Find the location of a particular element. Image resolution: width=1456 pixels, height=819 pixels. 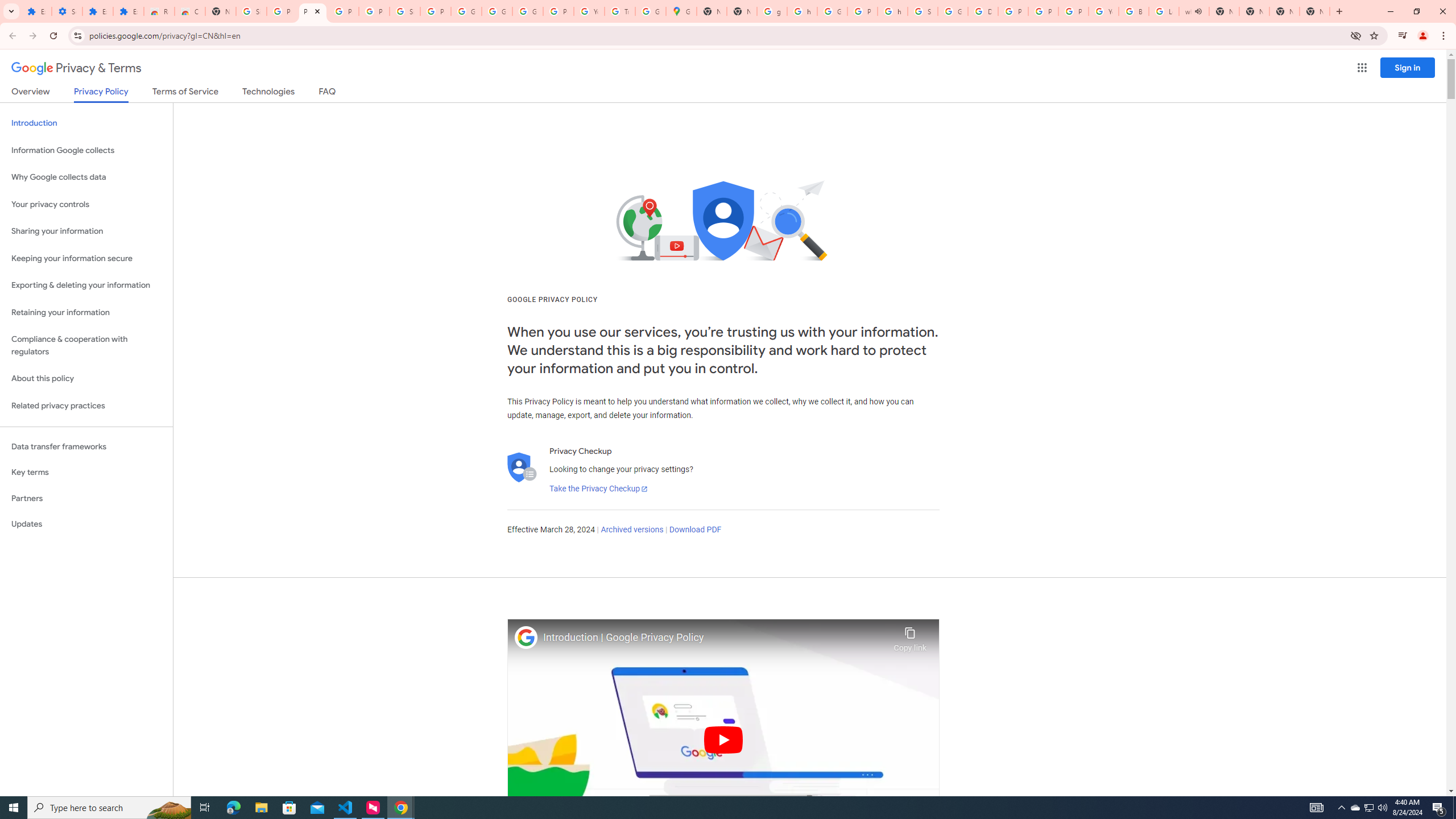

'Privacy Help Center - Policies Help' is located at coordinates (1013, 11).